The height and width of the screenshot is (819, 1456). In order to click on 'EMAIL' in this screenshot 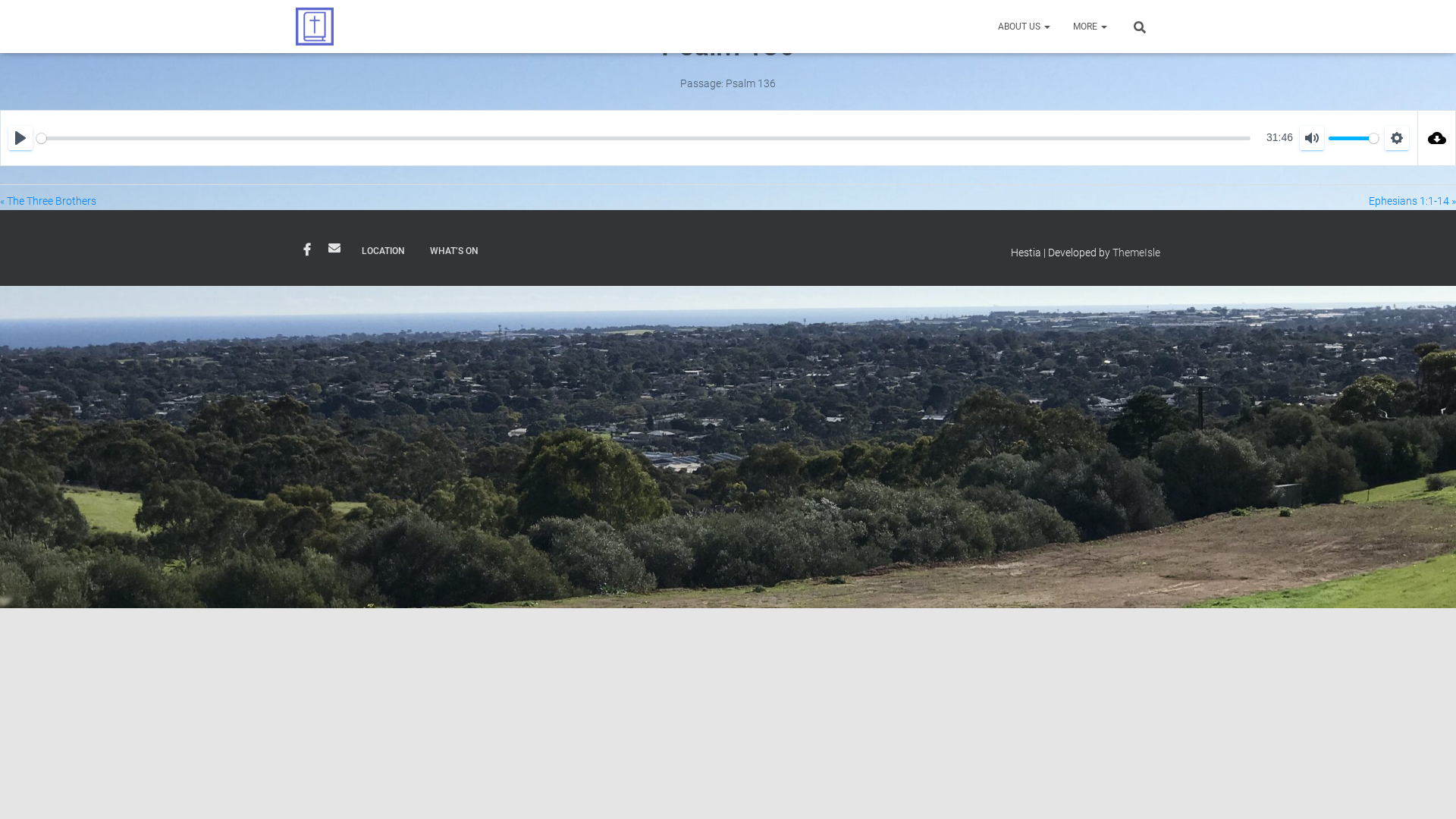, I will do `click(334, 247)`.